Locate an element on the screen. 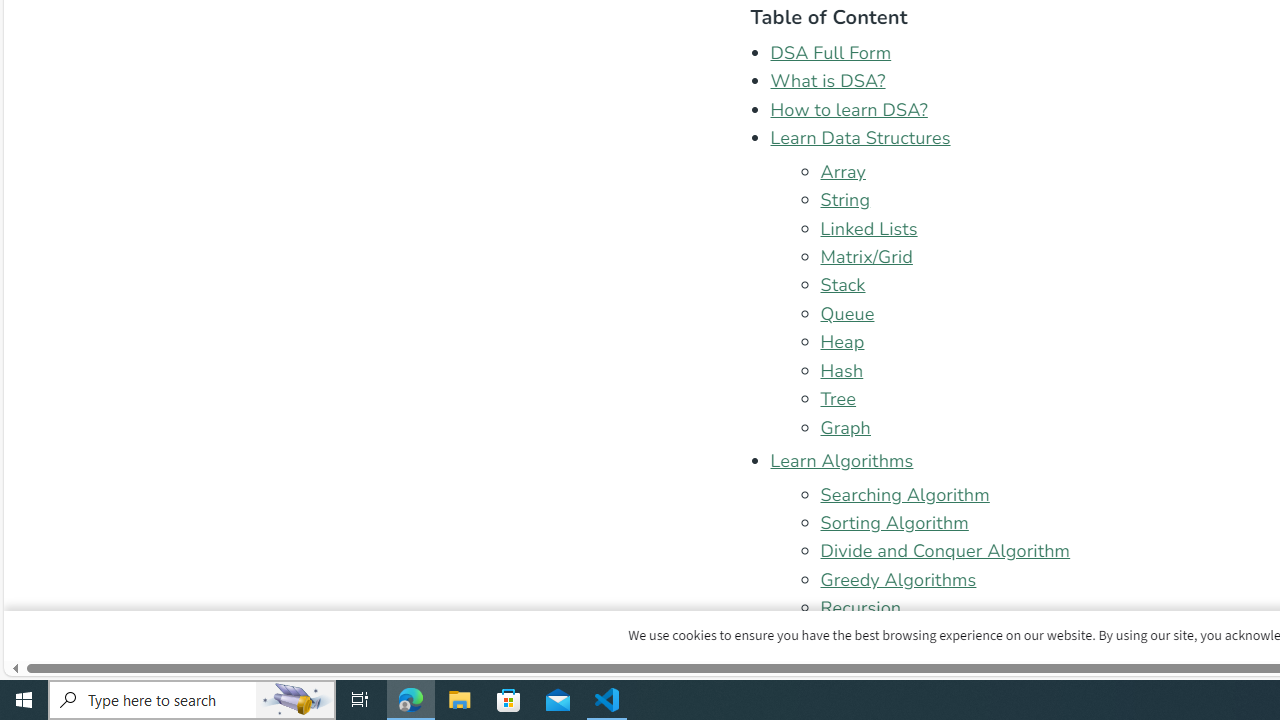 The height and width of the screenshot is (720, 1280). 'Greedy Algorithms' is located at coordinates (897, 579).